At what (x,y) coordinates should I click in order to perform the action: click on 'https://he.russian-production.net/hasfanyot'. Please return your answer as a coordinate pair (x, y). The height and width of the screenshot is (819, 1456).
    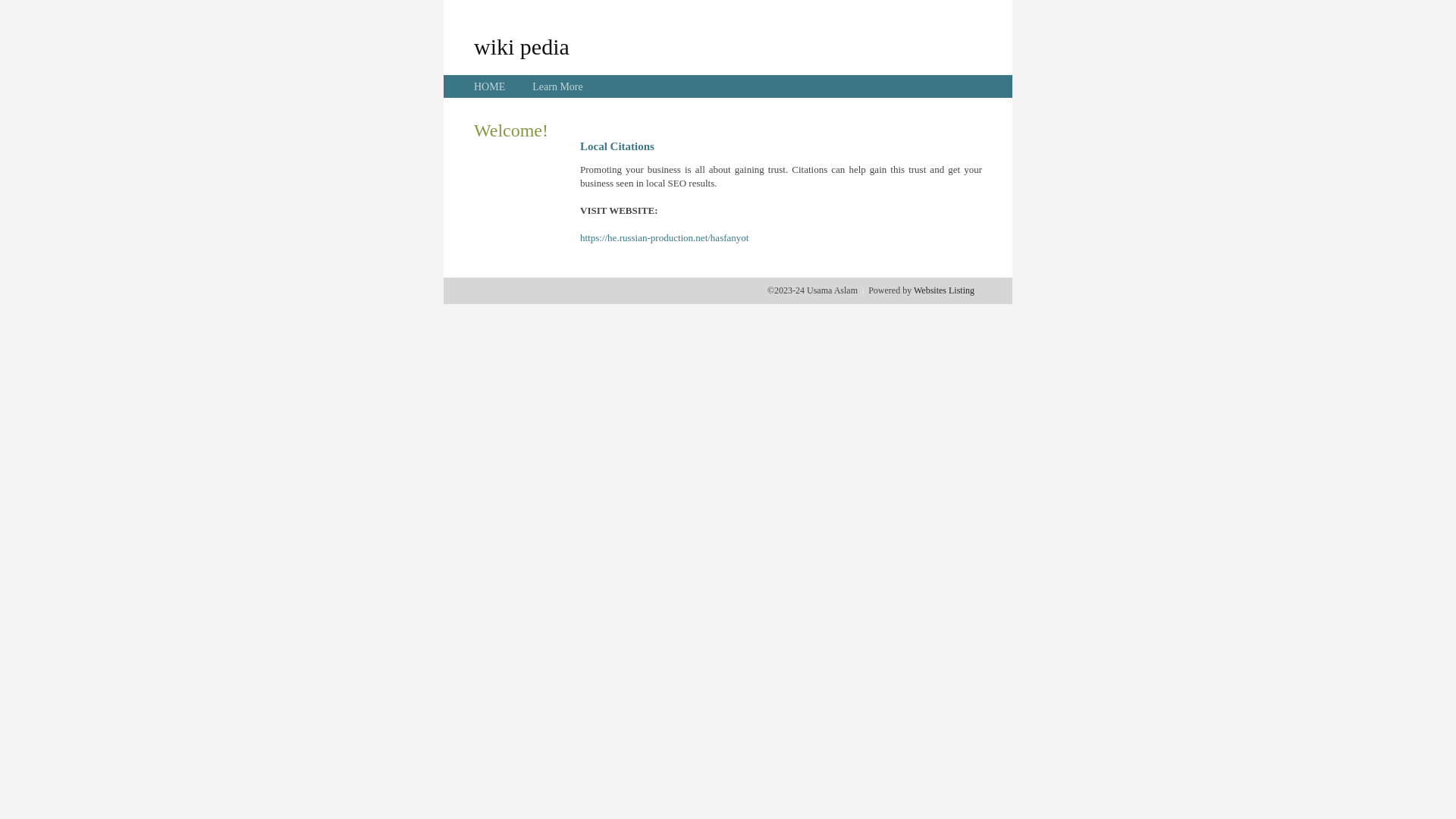
    Looking at the image, I should click on (579, 237).